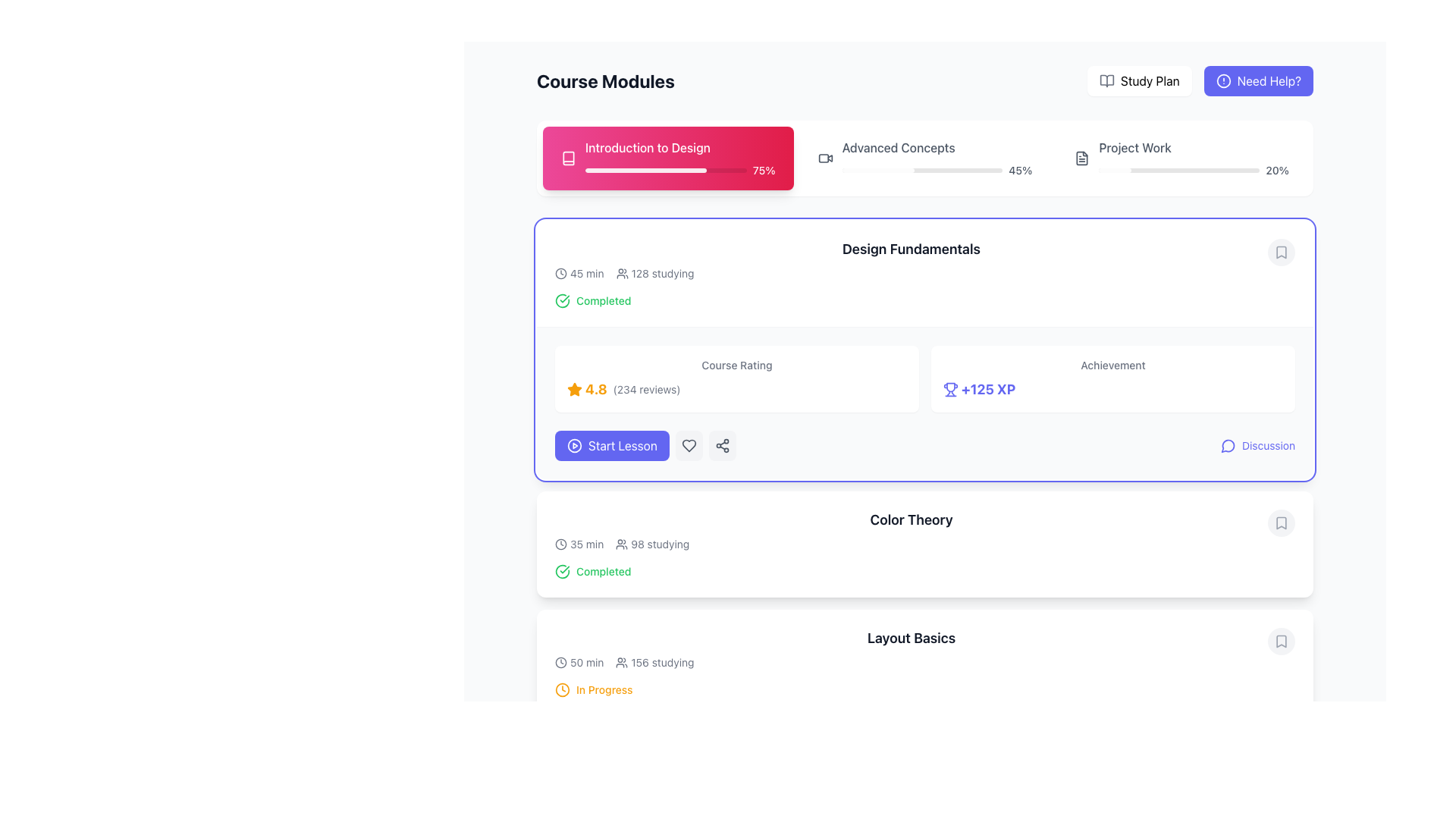 Image resolution: width=1456 pixels, height=819 pixels. I want to click on the completion status indicator for the 'Color Theory' section, which shows that the topic has been completed by the user, so click(924, 571).